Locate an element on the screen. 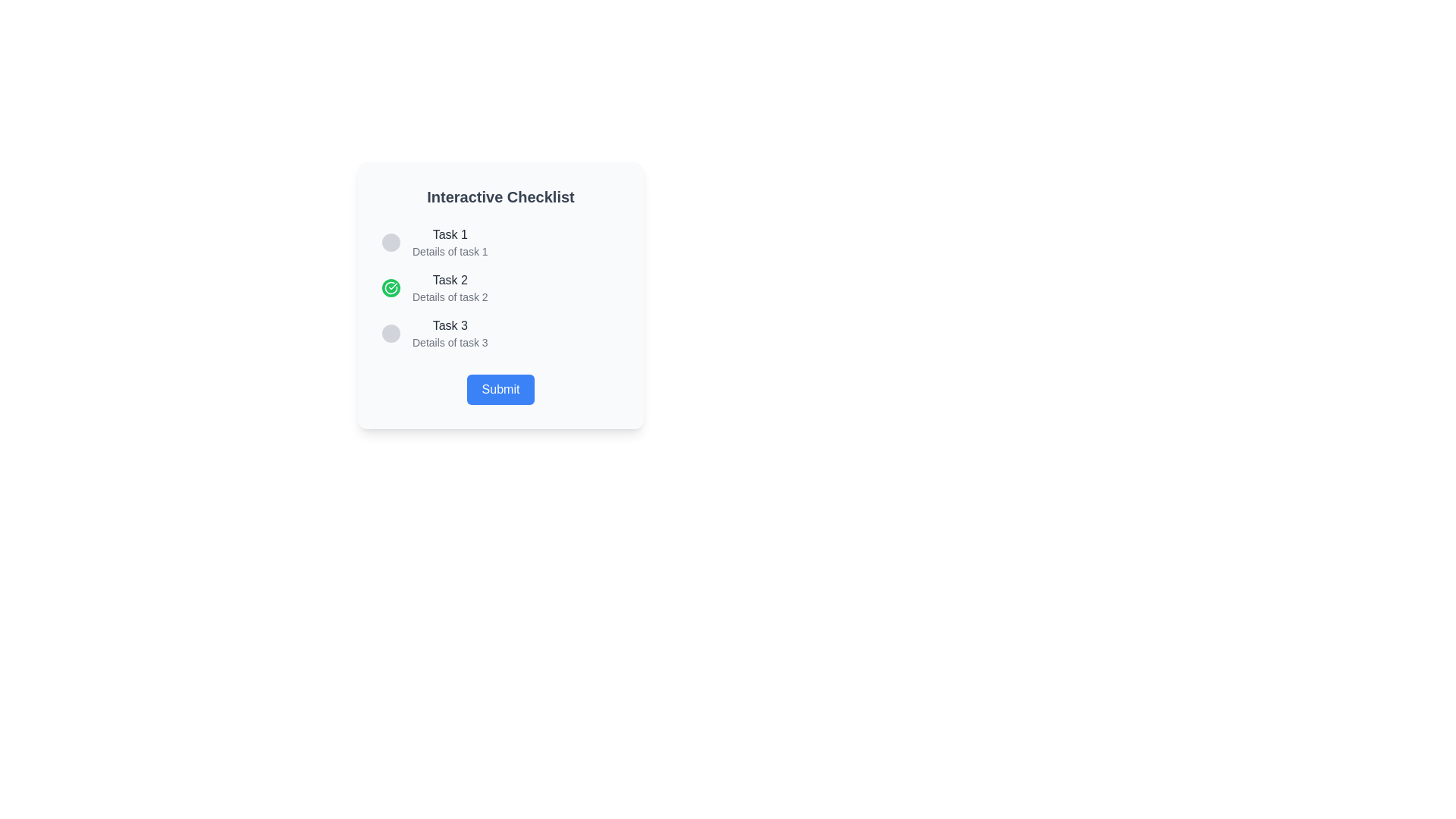 This screenshot has width=1456, height=819. the button located to the left of 'Task 3Details of task 3' is located at coordinates (391, 332).